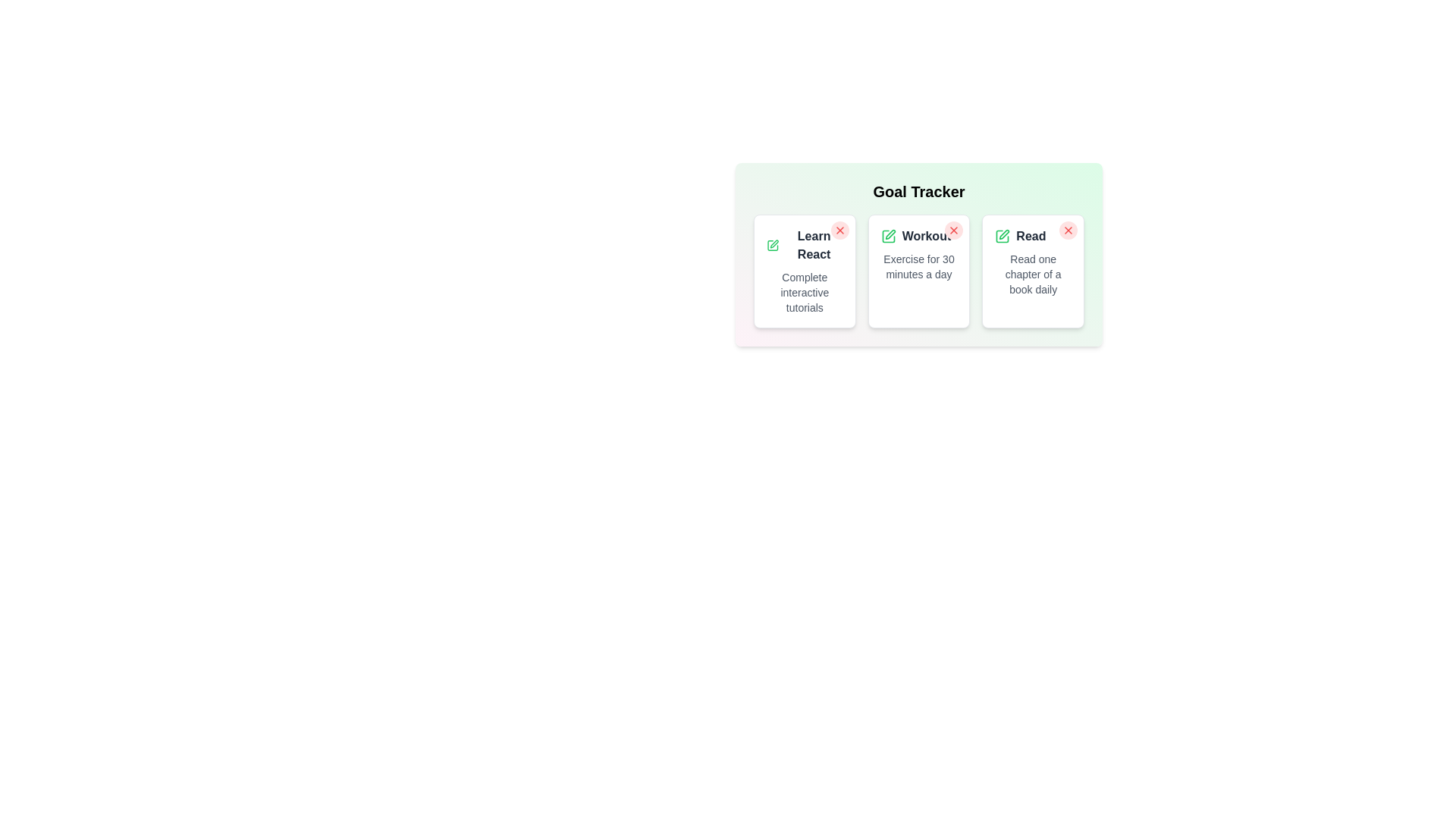 The width and height of the screenshot is (1456, 819). Describe the element at coordinates (1068, 231) in the screenshot. I see `the remove button for the goal titled 'Read'` at that location.